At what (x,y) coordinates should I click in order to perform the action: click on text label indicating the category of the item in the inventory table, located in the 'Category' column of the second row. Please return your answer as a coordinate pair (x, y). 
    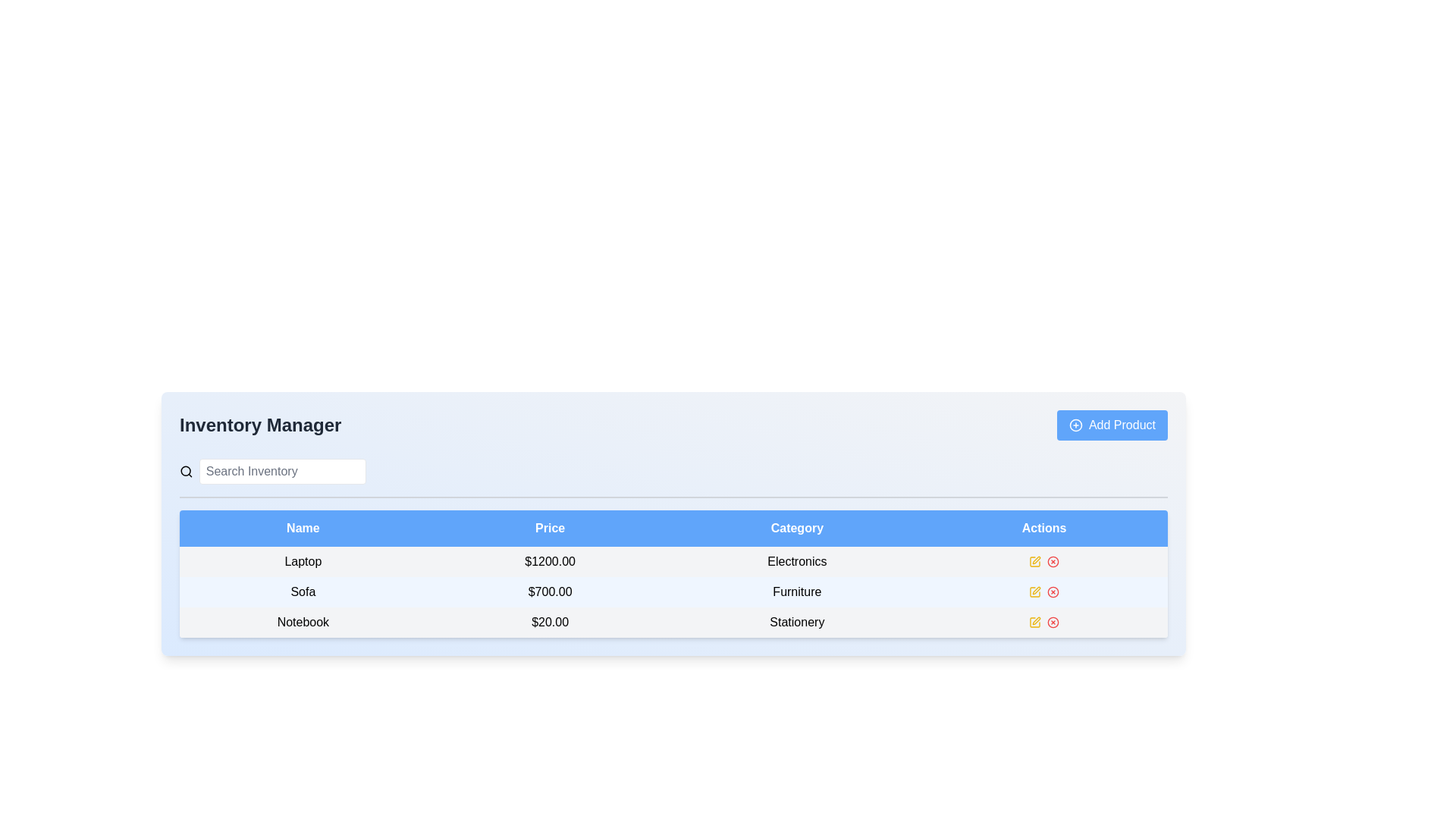
    Looking at the image, I should click on (796, 591).